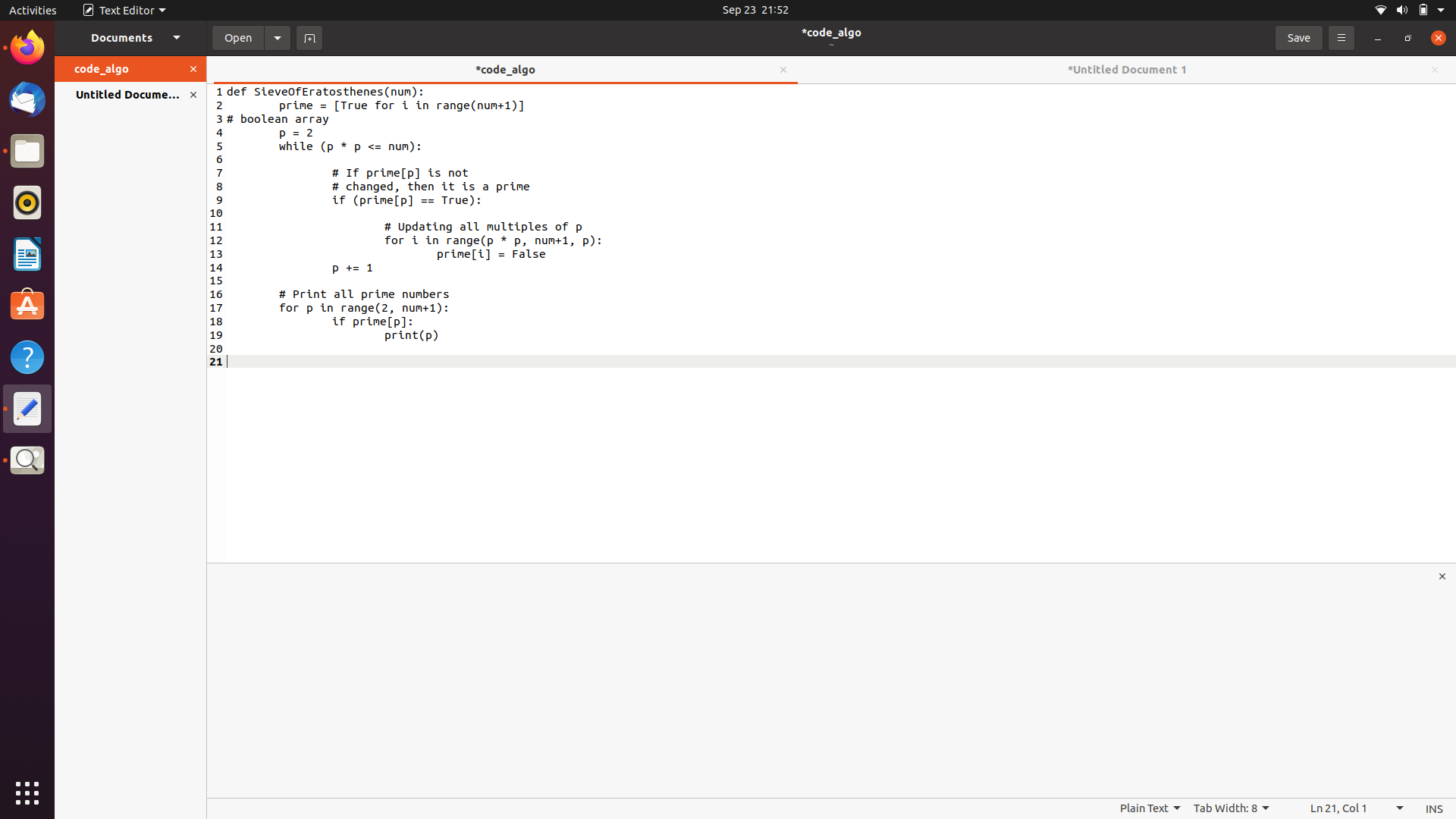 This screenshot has height=819, width=1456. Describe the element at coordinates (1298, 36) in the screenshot. I see `the save option` at that location.